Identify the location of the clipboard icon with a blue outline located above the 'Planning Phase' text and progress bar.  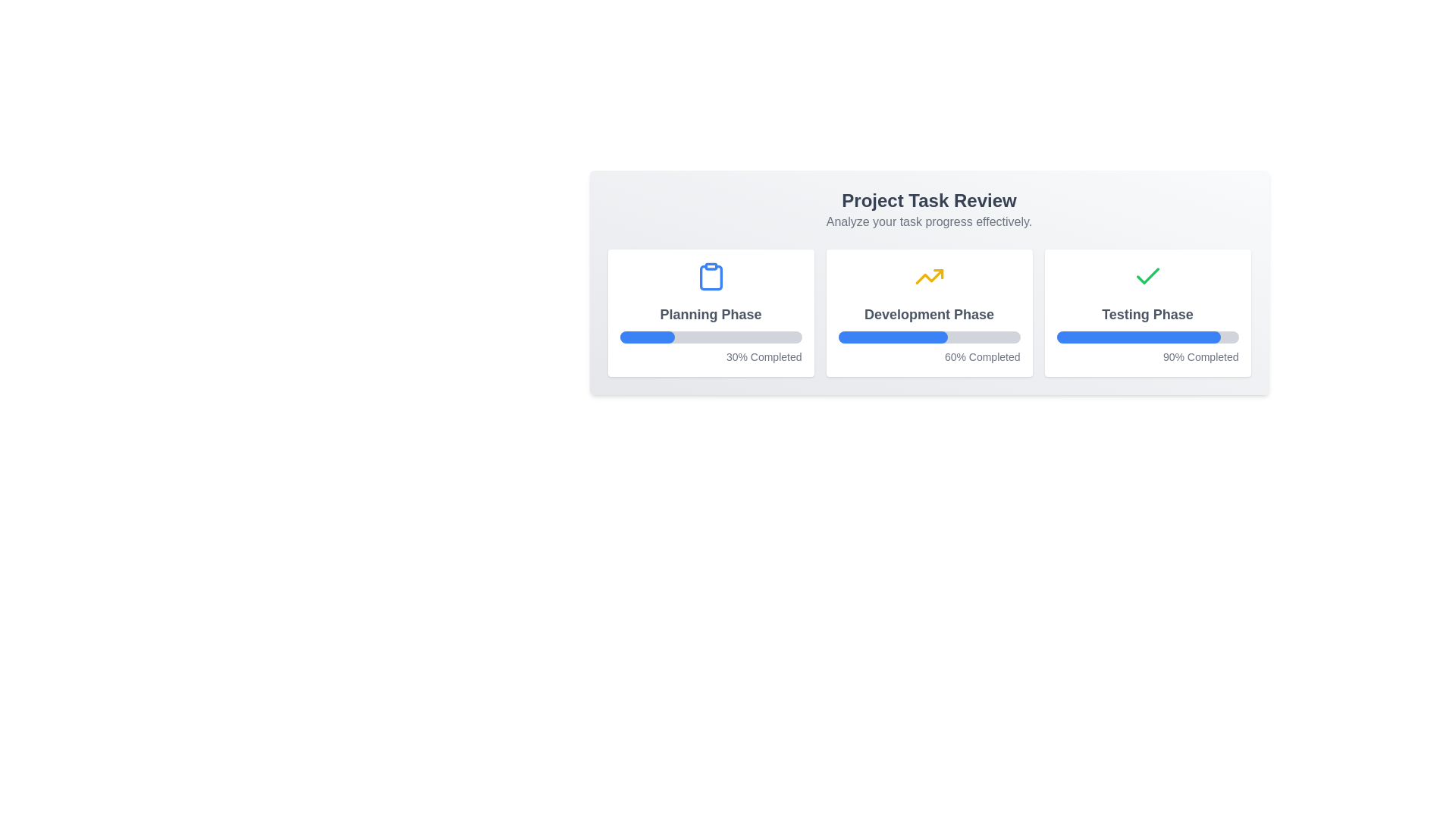
(710, 277).